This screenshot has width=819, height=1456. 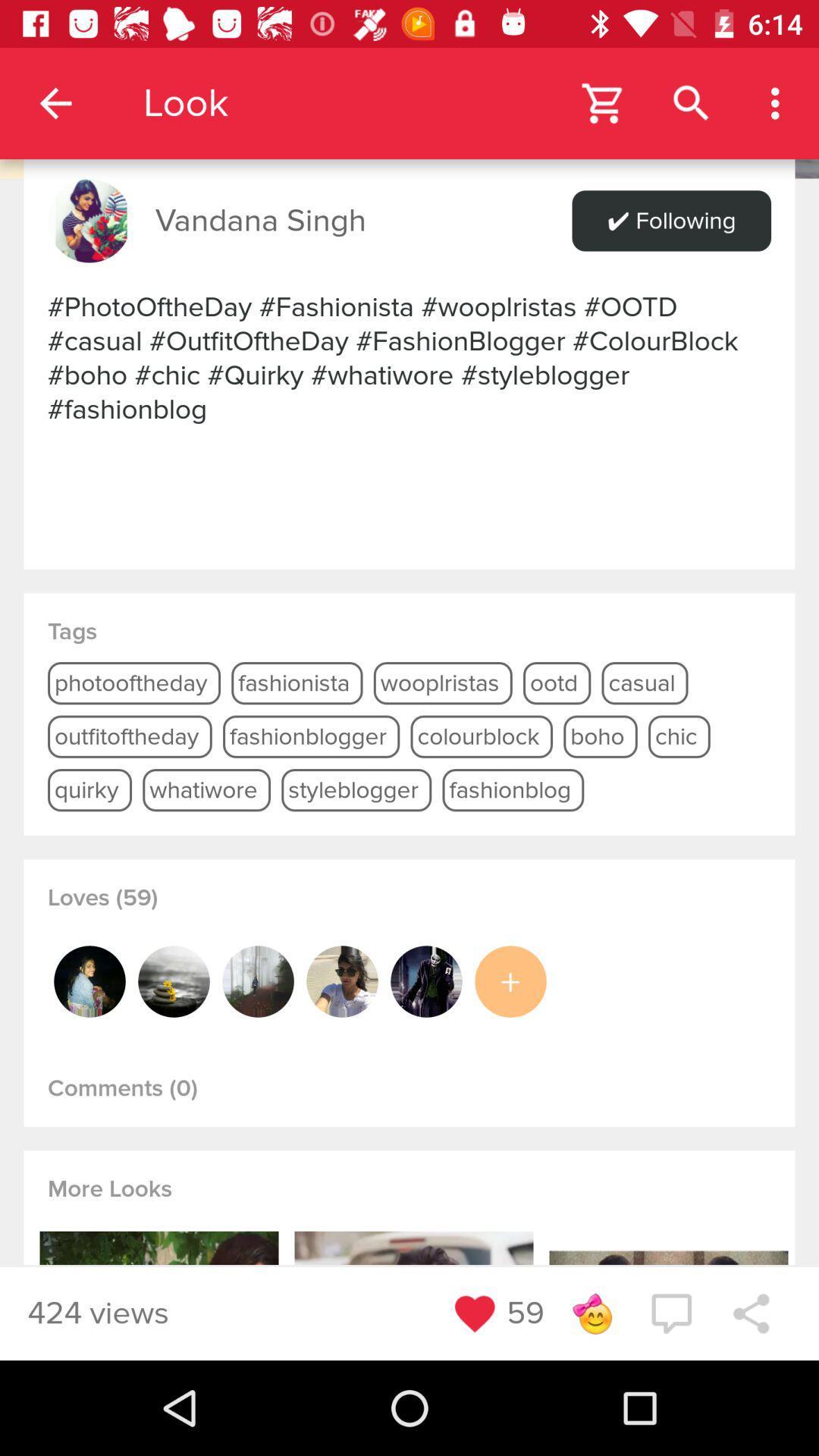 What do you see at coordinates (670, 1313) in the screenshot?
I see `the chat icon` at bounding box center [670, 1313].